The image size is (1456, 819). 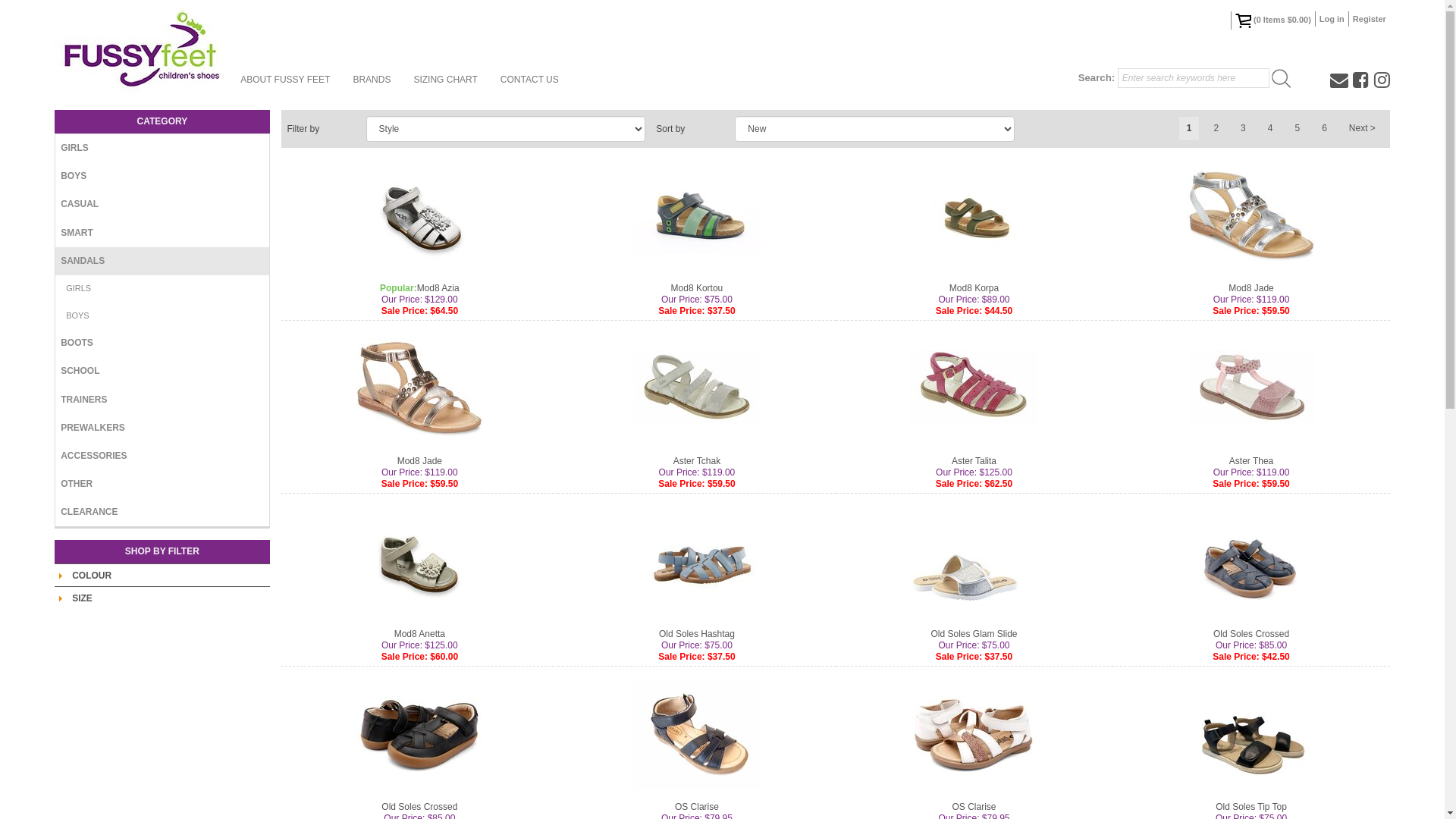 What do you see at coordinates (695, 561) in the screenshot?
I see `'Old Soles Hashtag-sandals-Fussy Feet - Childrens Shoes'` at bounding box center [695, 561].